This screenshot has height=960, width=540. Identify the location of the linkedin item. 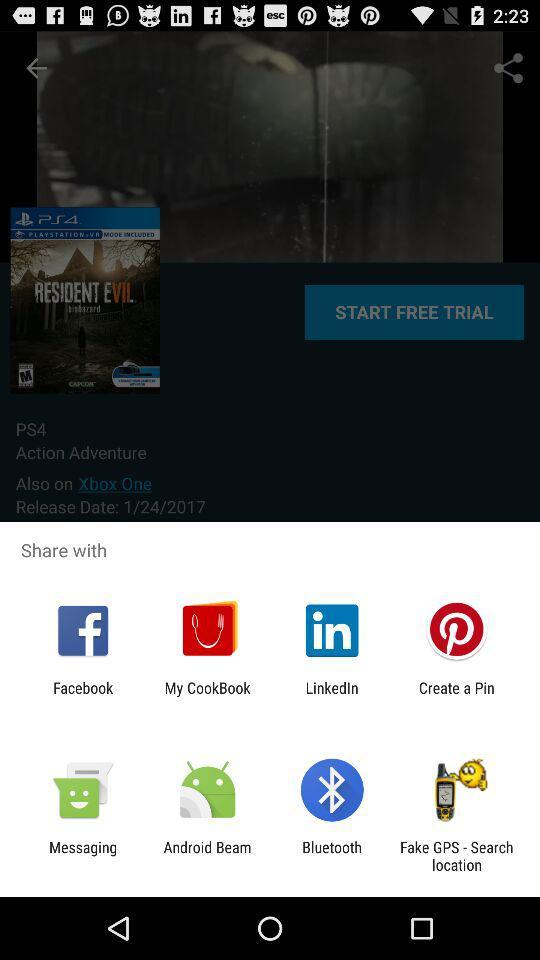
(332, 696).